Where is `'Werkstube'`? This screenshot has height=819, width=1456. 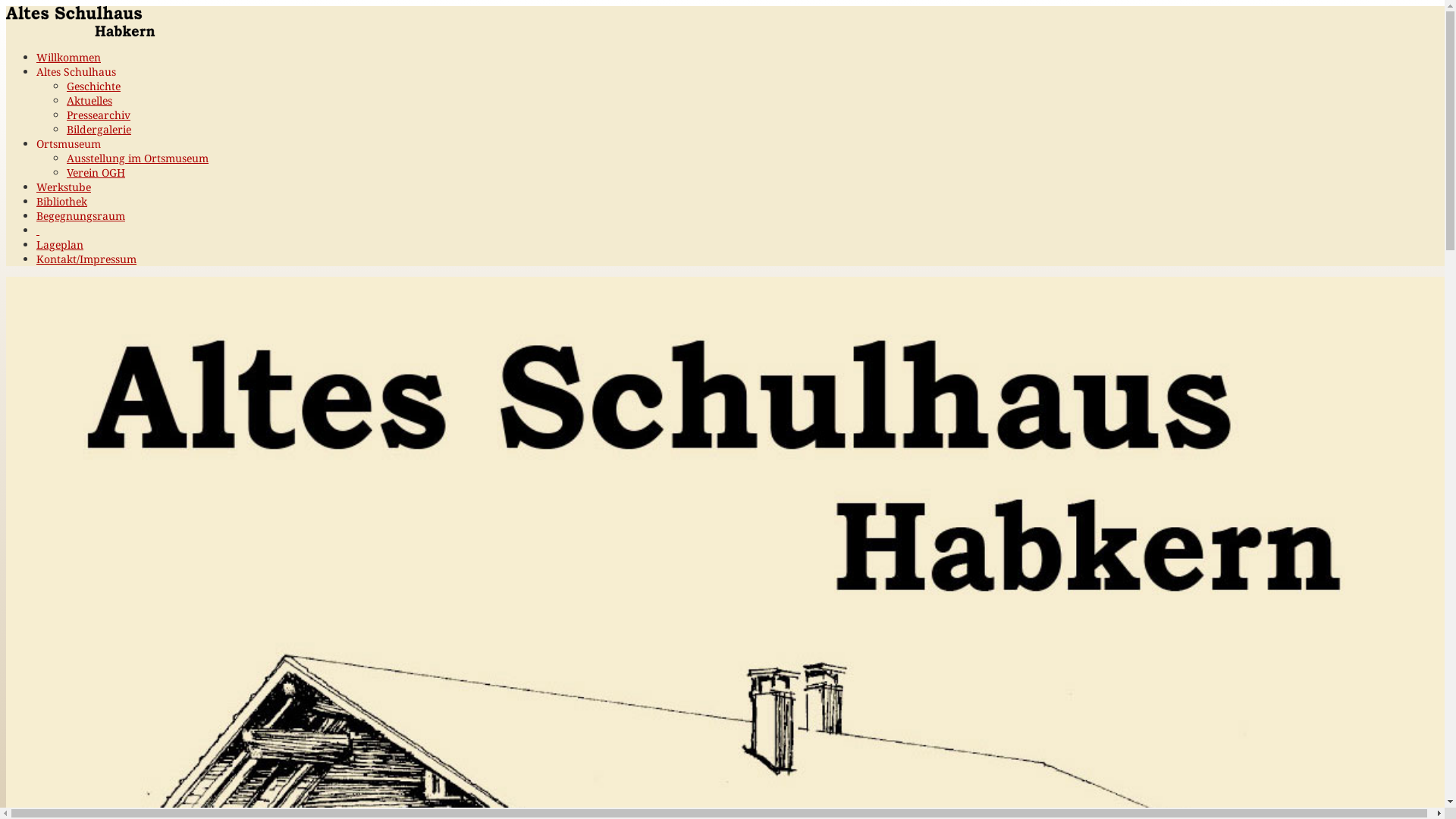 'Werkstube' is located at coordinates (62, 186).